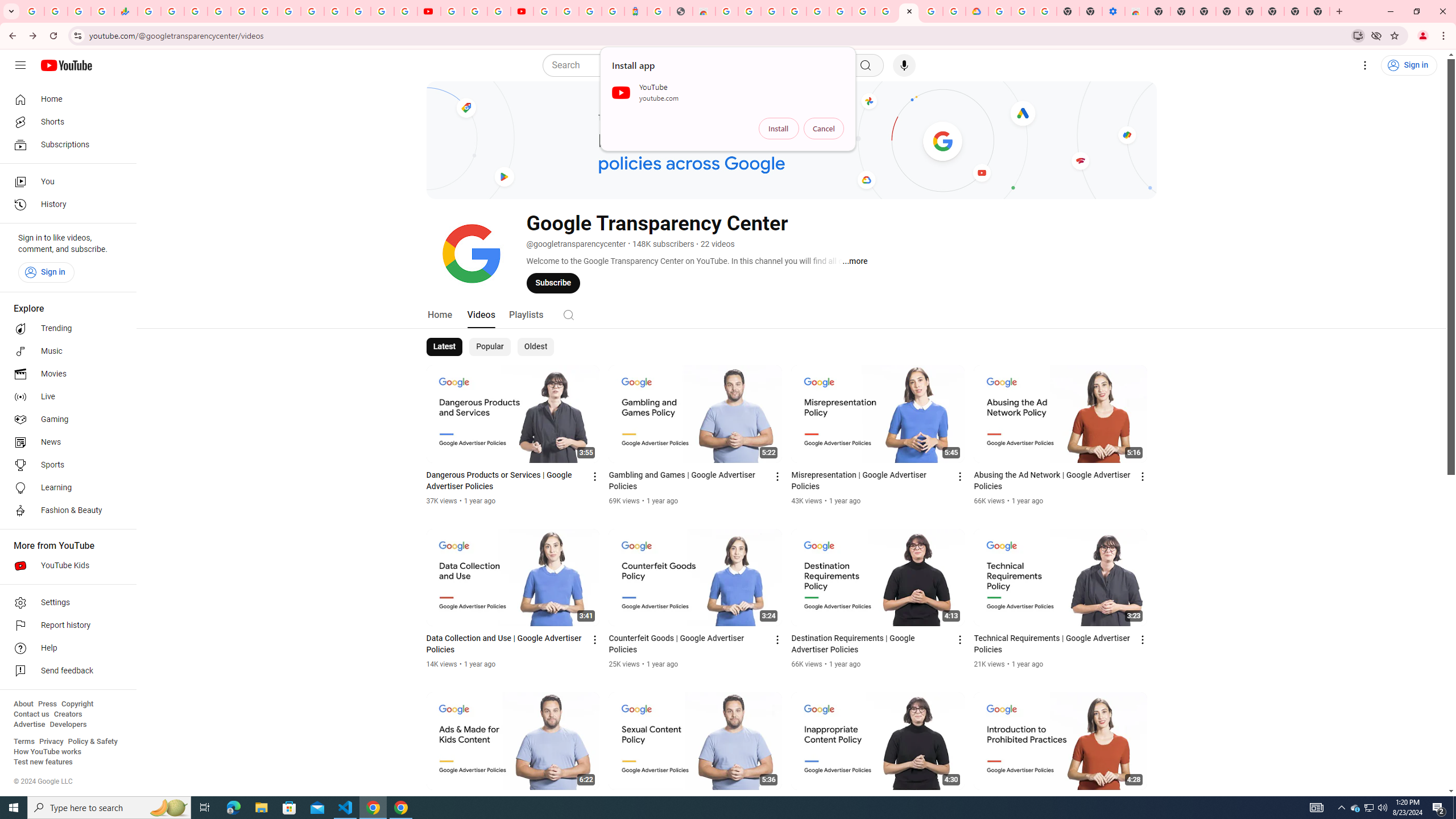 The width and height of the screenshot is (1456, 819). What do you see at coordinates (64, 602) in the screenshot?
I see `'Settings'` at bounding box center [64, 602].